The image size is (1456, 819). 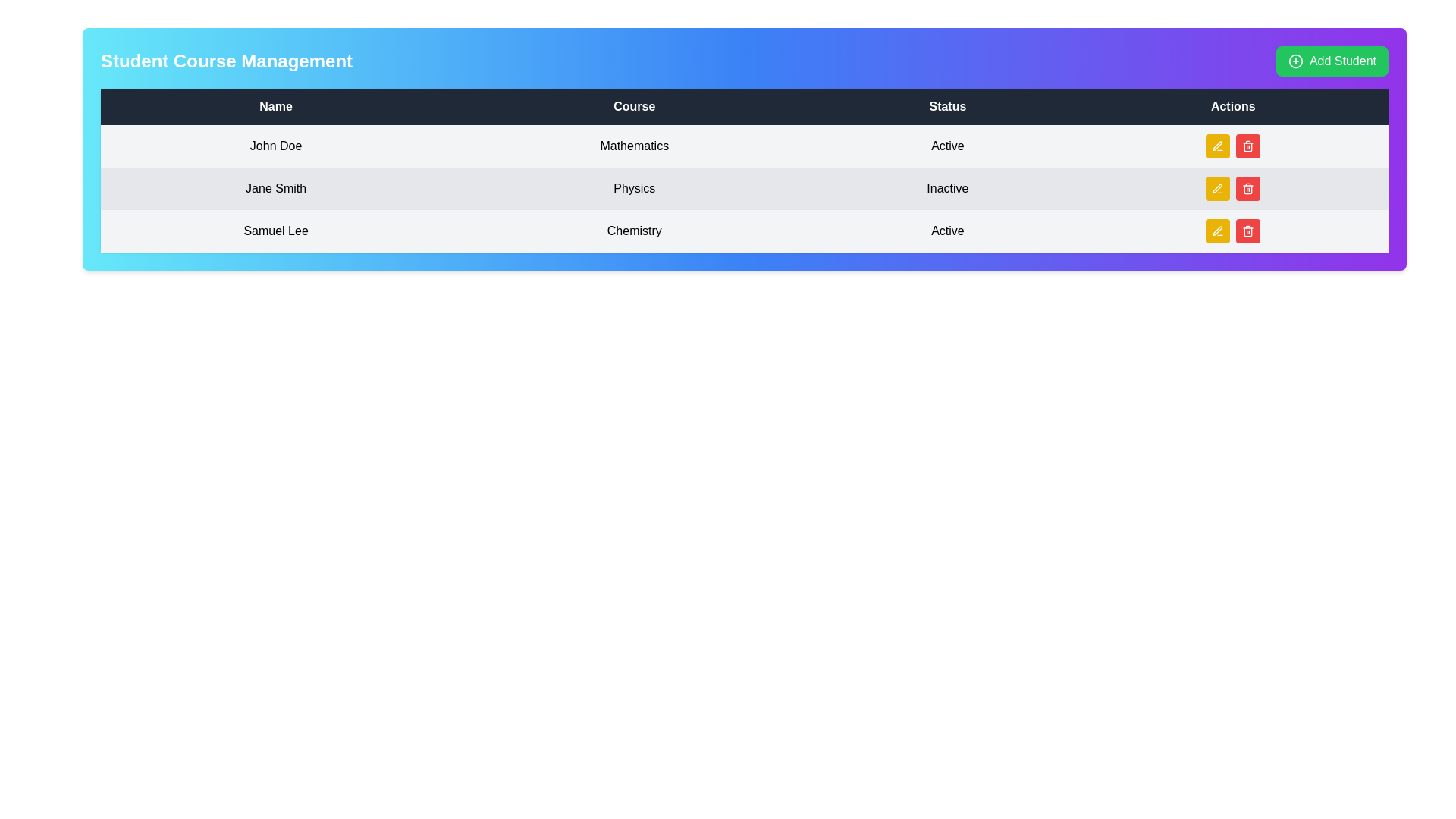 What do you see at coordinates (1294, 61) in the screenshot?
I see `the 'Add Student' button by clicking on the central circular part of the icon located at the top-right corner of the interface` at bounding box center [1294, 61].